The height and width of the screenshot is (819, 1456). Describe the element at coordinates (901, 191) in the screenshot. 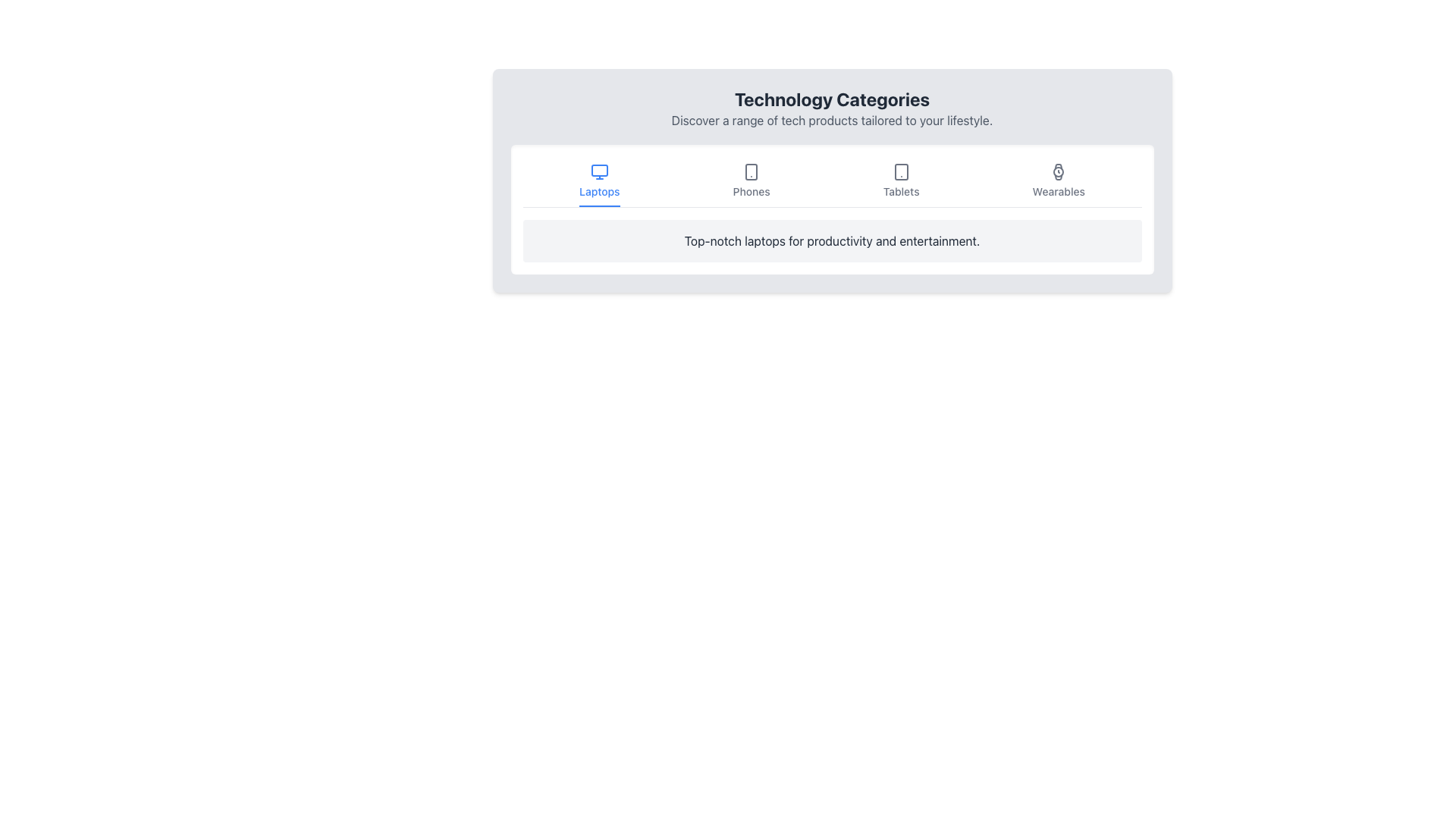

I see `the static text label displaying the word 'Tablets', which is positioned below the tablet icon in the technology category selection interface` at that location.